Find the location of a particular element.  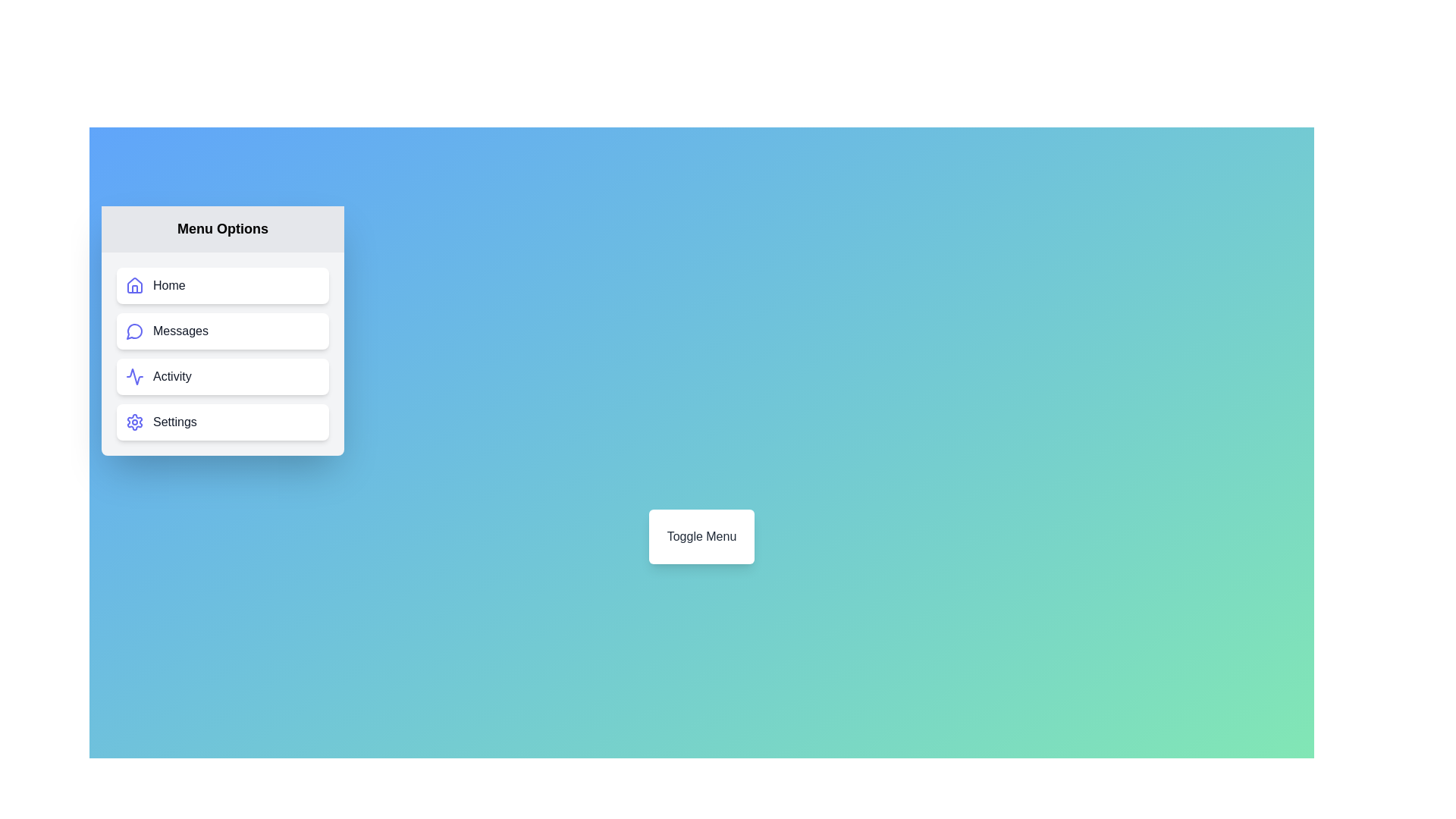

the Home menu item is located at coordinates (221, 286).